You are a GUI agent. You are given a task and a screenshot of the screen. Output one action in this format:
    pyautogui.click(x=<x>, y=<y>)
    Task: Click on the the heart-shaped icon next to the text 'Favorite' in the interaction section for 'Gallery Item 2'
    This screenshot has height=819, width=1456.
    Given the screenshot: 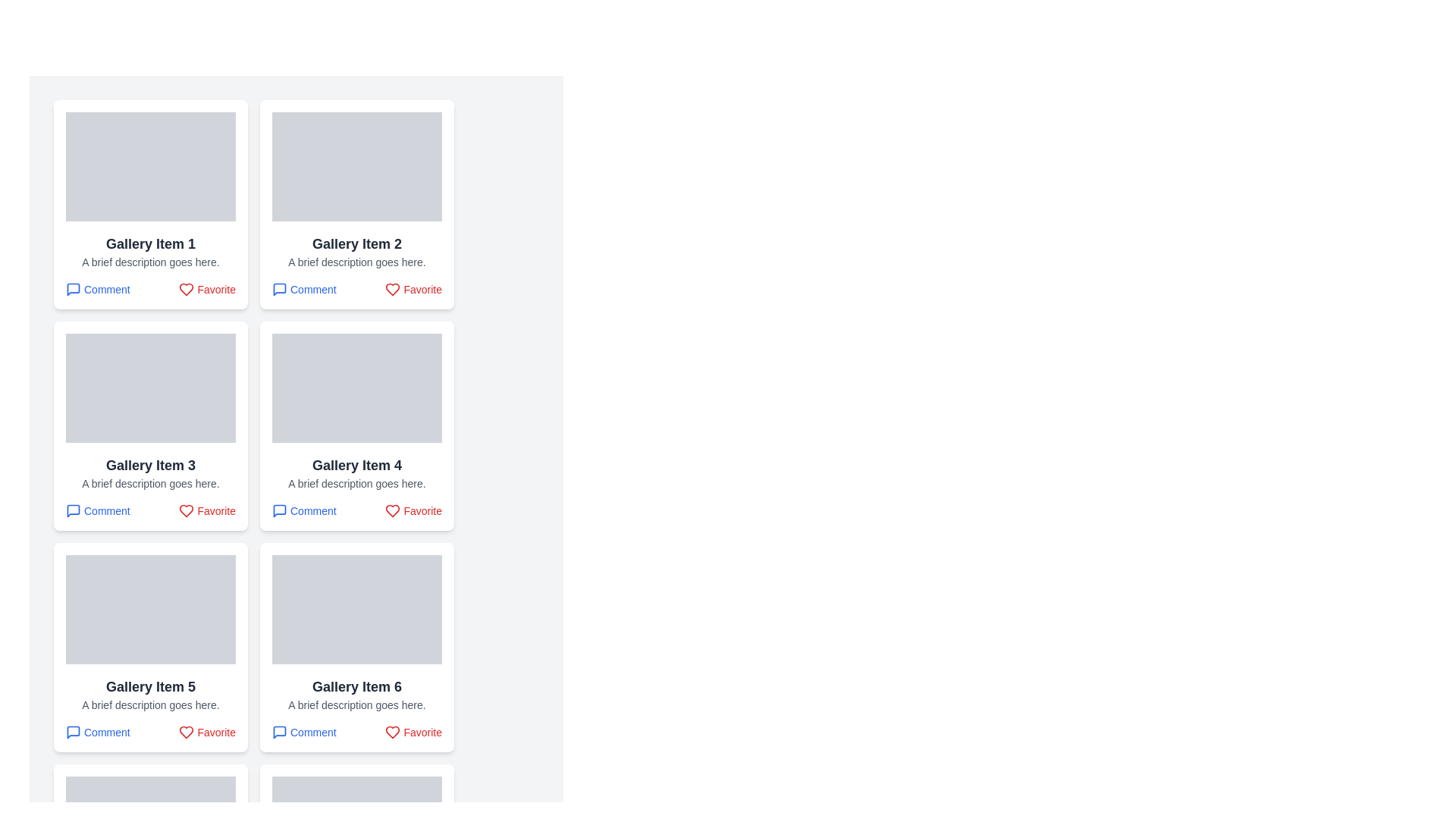 What is the action you would take?
    pyautogui.click(x=393, y=289)
    